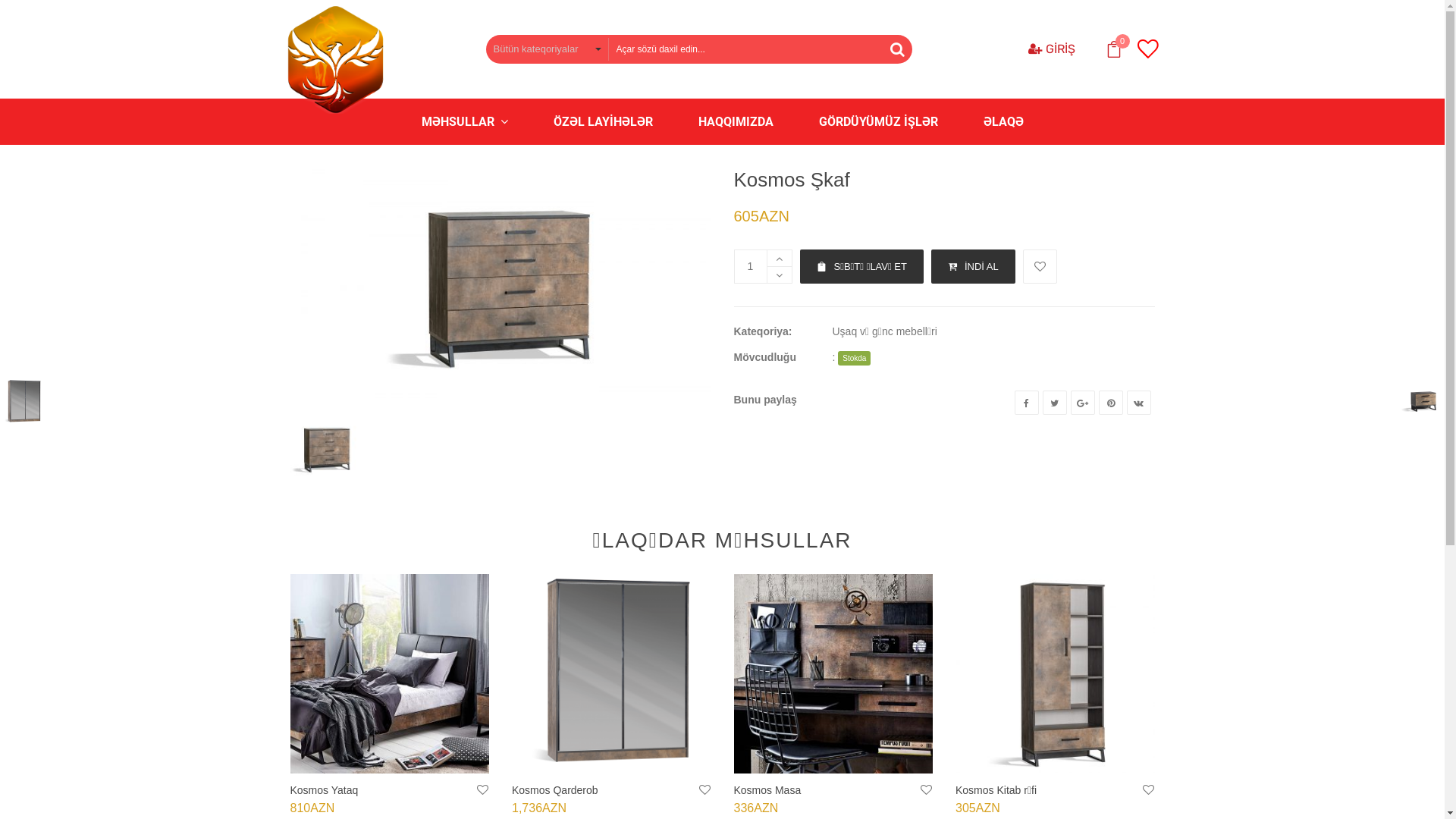  I want to click on 'HAQQIMIZDA', so click(735, 121).